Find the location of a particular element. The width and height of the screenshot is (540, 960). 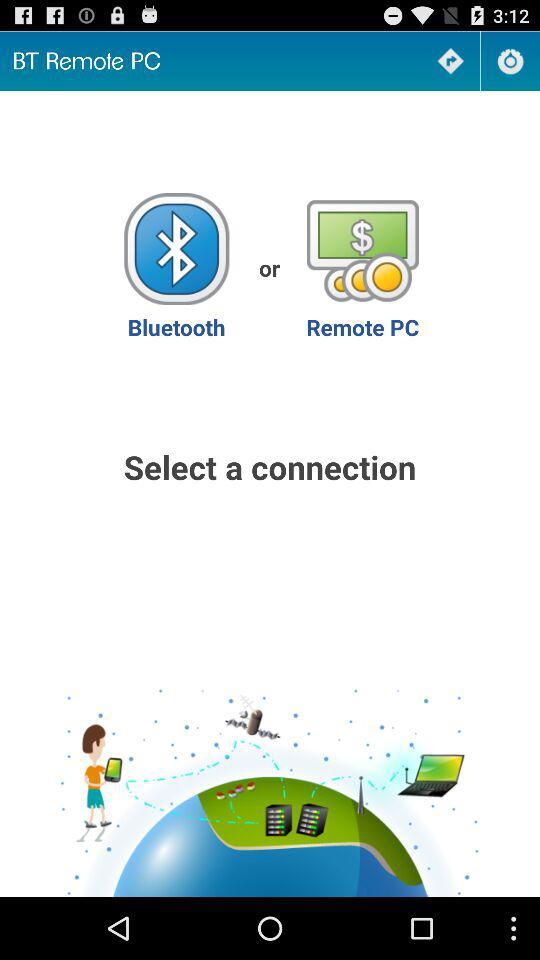

item to the left of or item is located at coordinates (176, 266).